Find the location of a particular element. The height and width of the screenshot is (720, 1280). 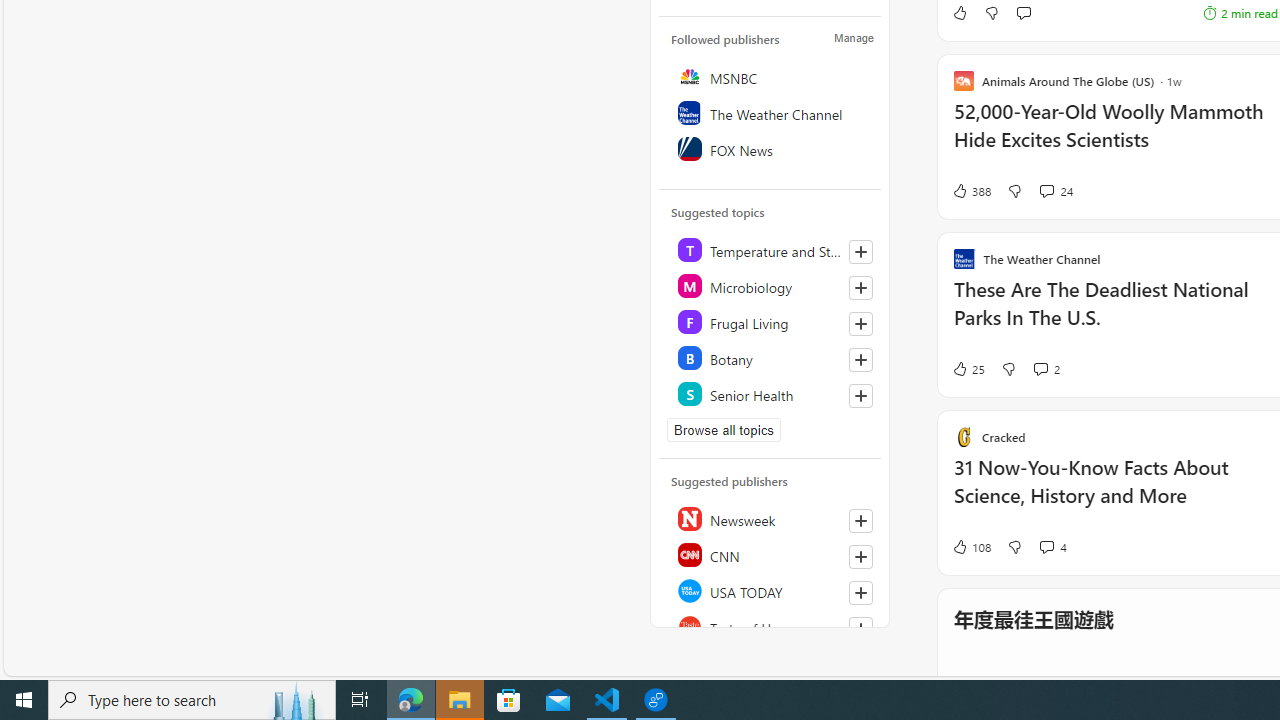

'Follow this source' is located at coordinates (860, 627).